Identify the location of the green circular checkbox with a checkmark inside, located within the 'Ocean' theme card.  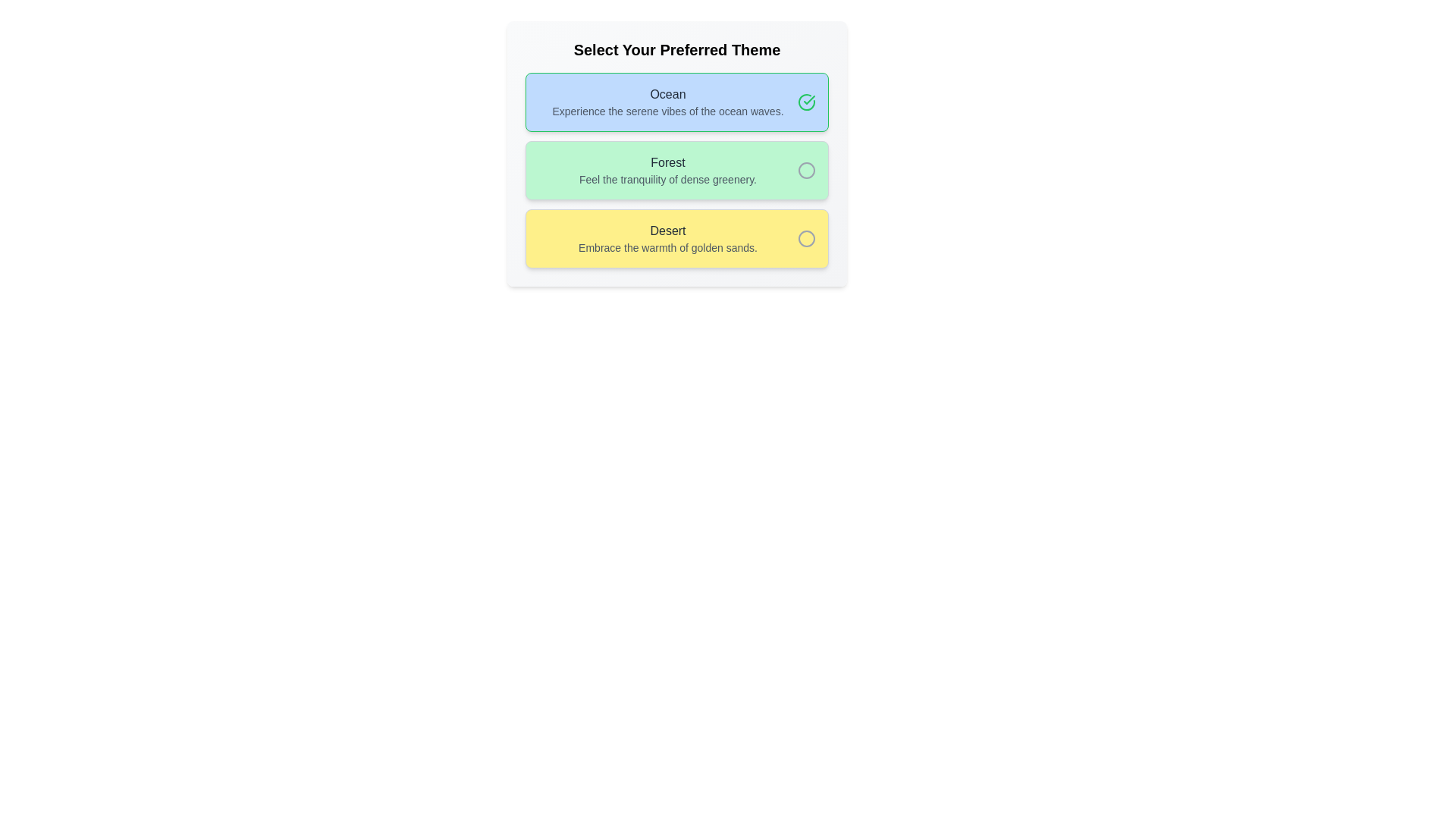
(806, 102).